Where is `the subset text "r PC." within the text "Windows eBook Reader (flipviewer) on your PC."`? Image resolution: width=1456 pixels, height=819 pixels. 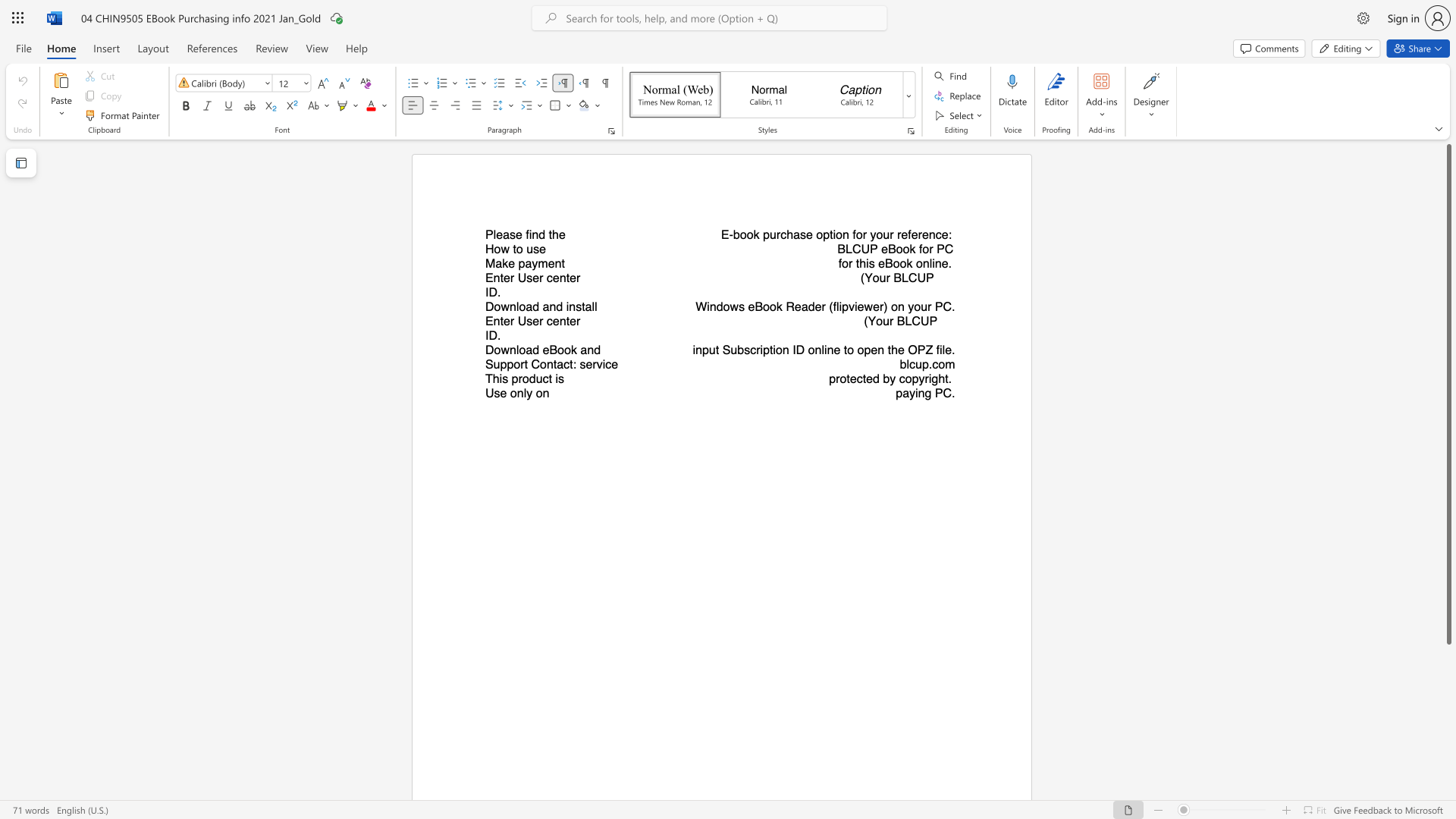
the subset text "r PC." within the text "Windows eBook Reader (flipviewer) on your PC." is located at coordinates (927, 306).